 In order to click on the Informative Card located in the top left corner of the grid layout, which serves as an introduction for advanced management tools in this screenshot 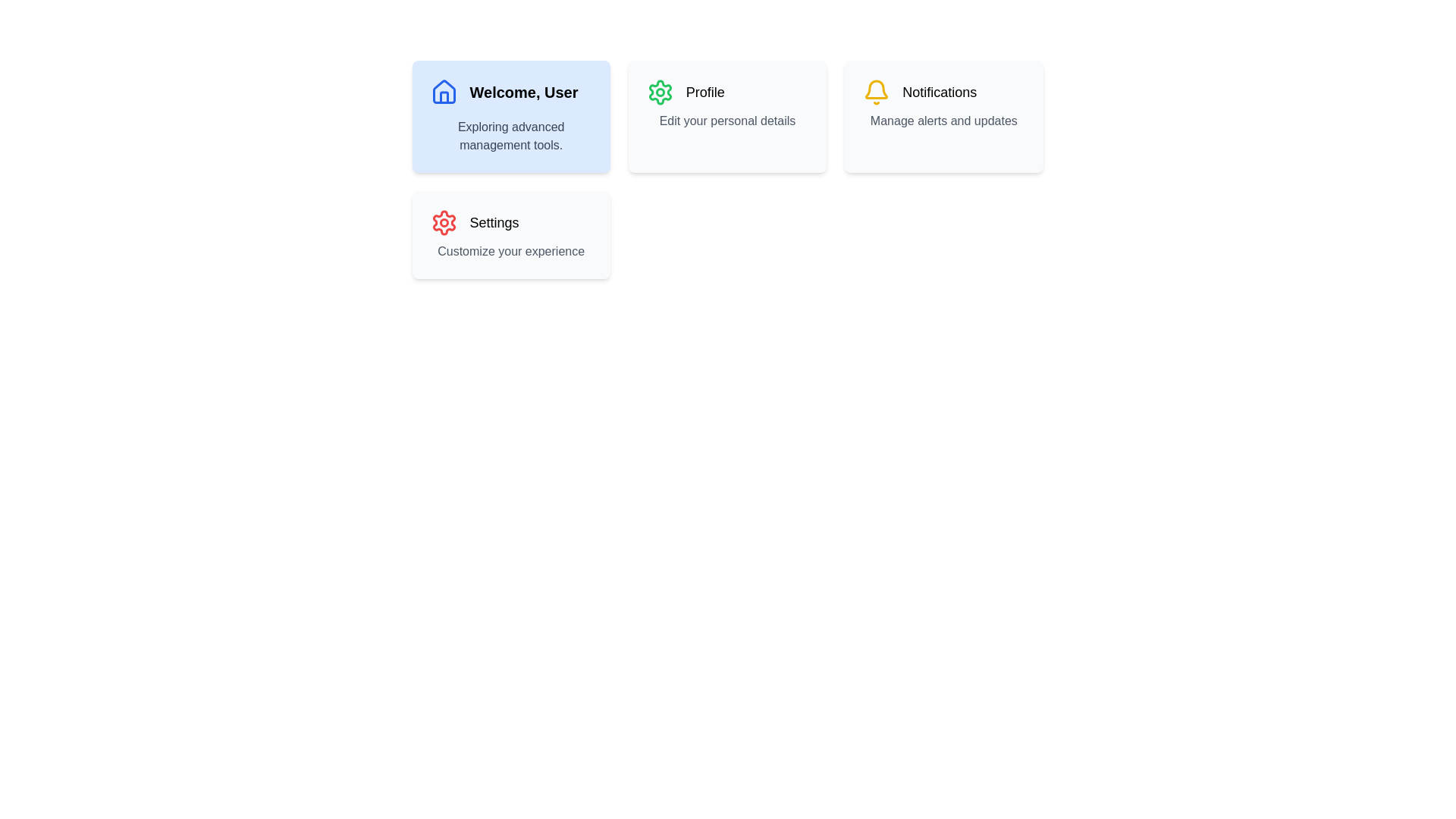, I will do `click(511, 116)`.